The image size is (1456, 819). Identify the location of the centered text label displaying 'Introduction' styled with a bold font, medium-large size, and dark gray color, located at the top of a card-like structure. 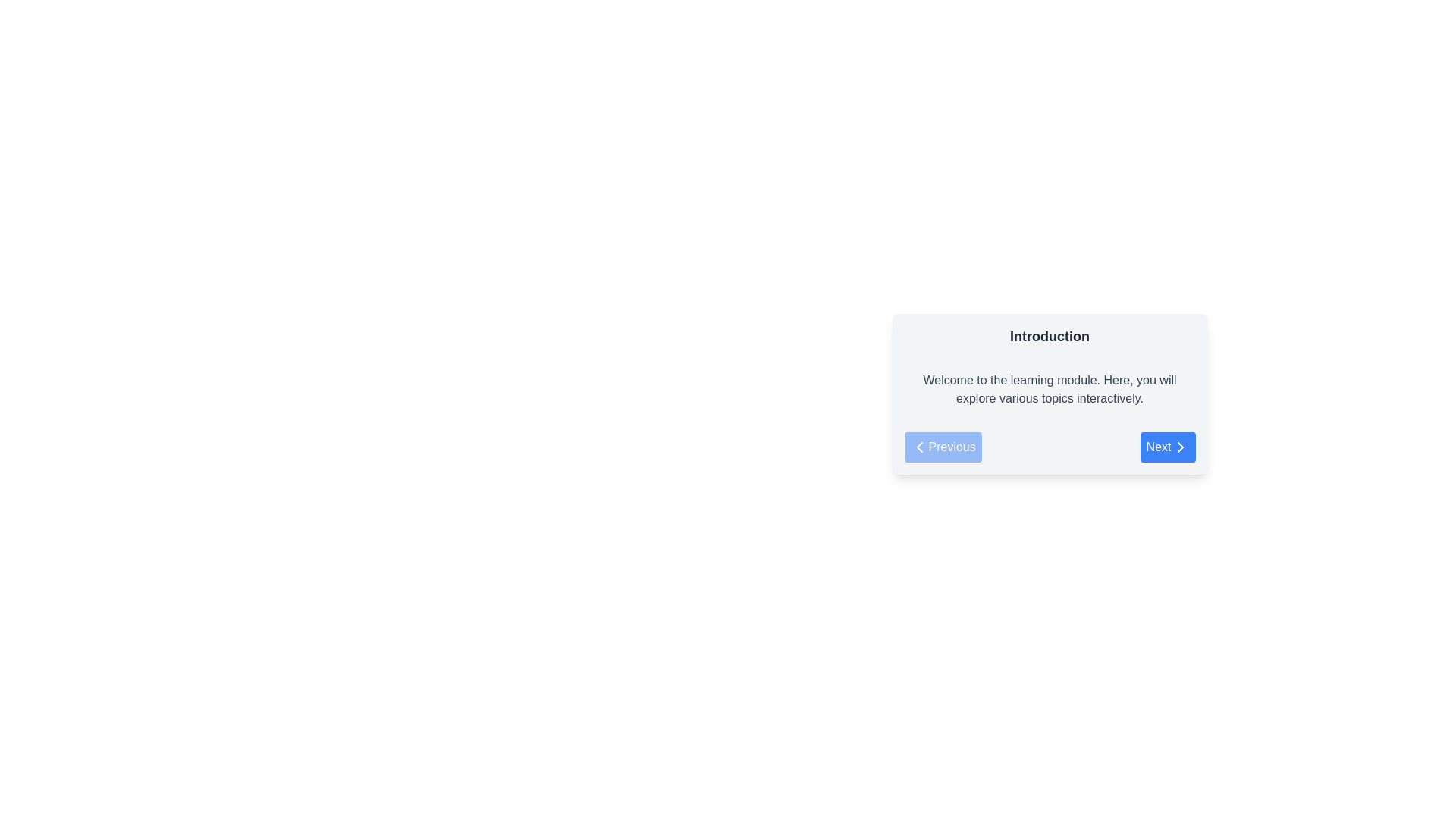
(1049, 335).